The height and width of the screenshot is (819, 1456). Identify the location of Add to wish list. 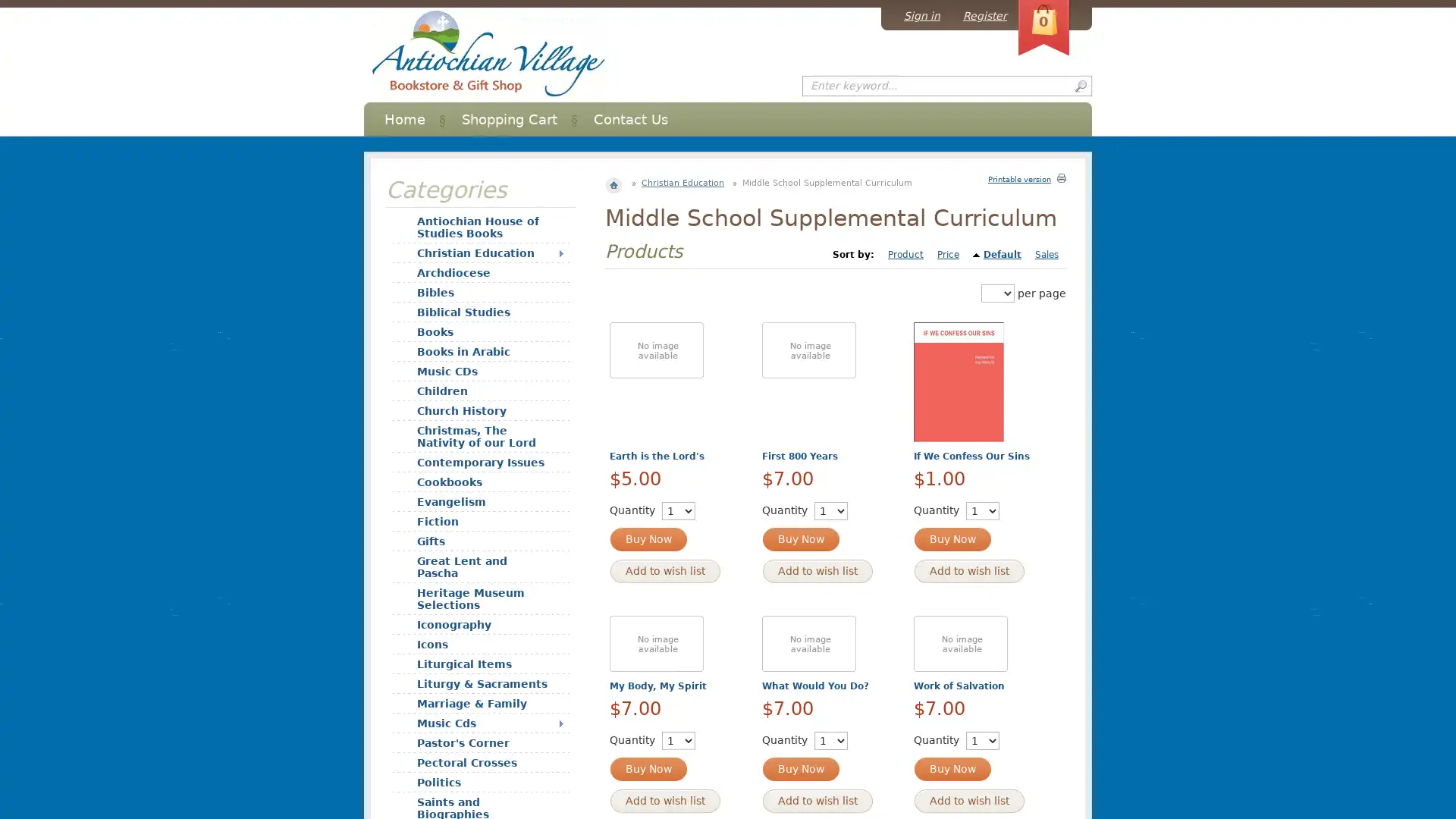
(968, 800).